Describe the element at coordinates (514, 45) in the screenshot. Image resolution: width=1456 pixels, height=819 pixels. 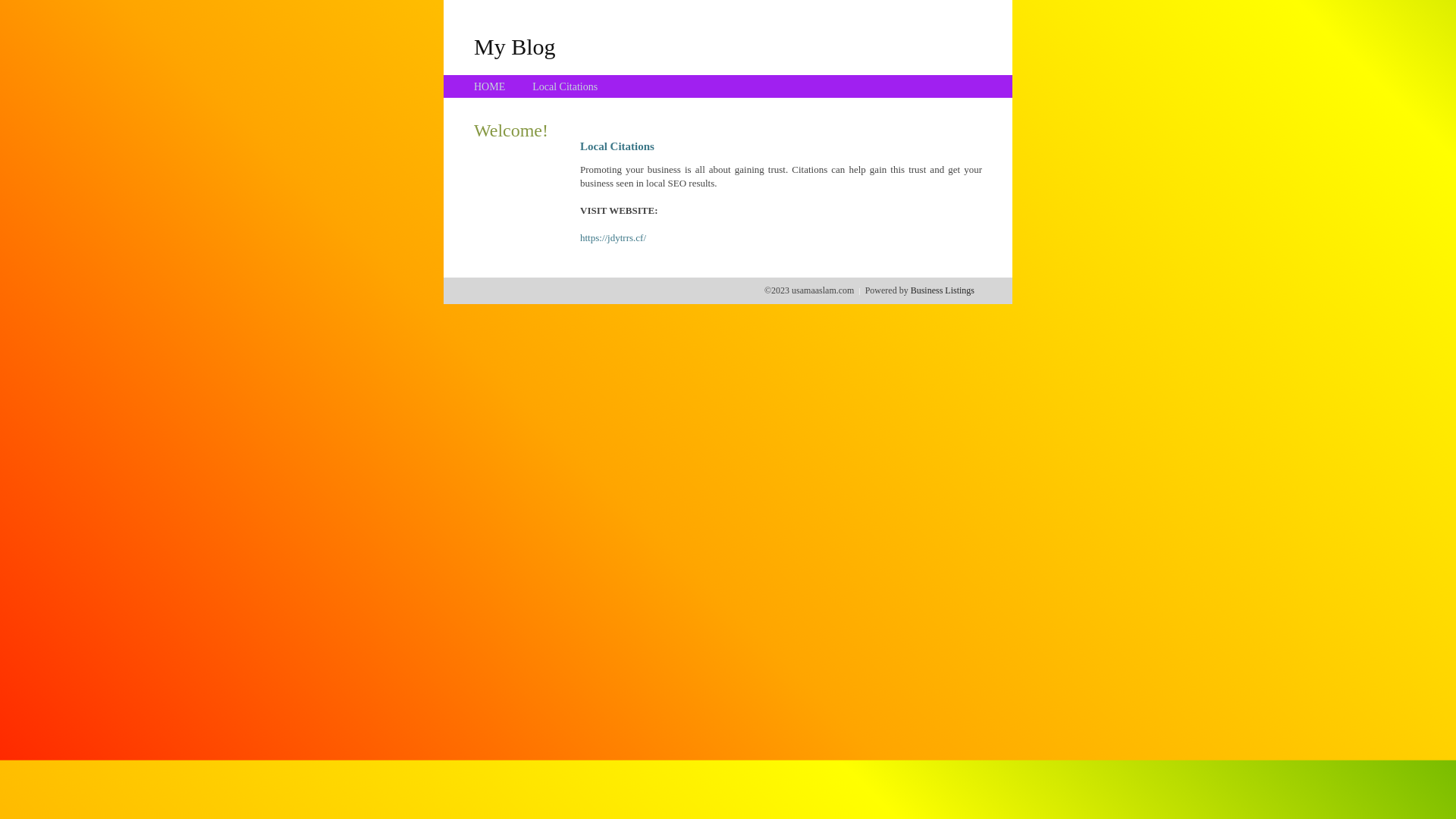
I see `'My Blog'` at that location.